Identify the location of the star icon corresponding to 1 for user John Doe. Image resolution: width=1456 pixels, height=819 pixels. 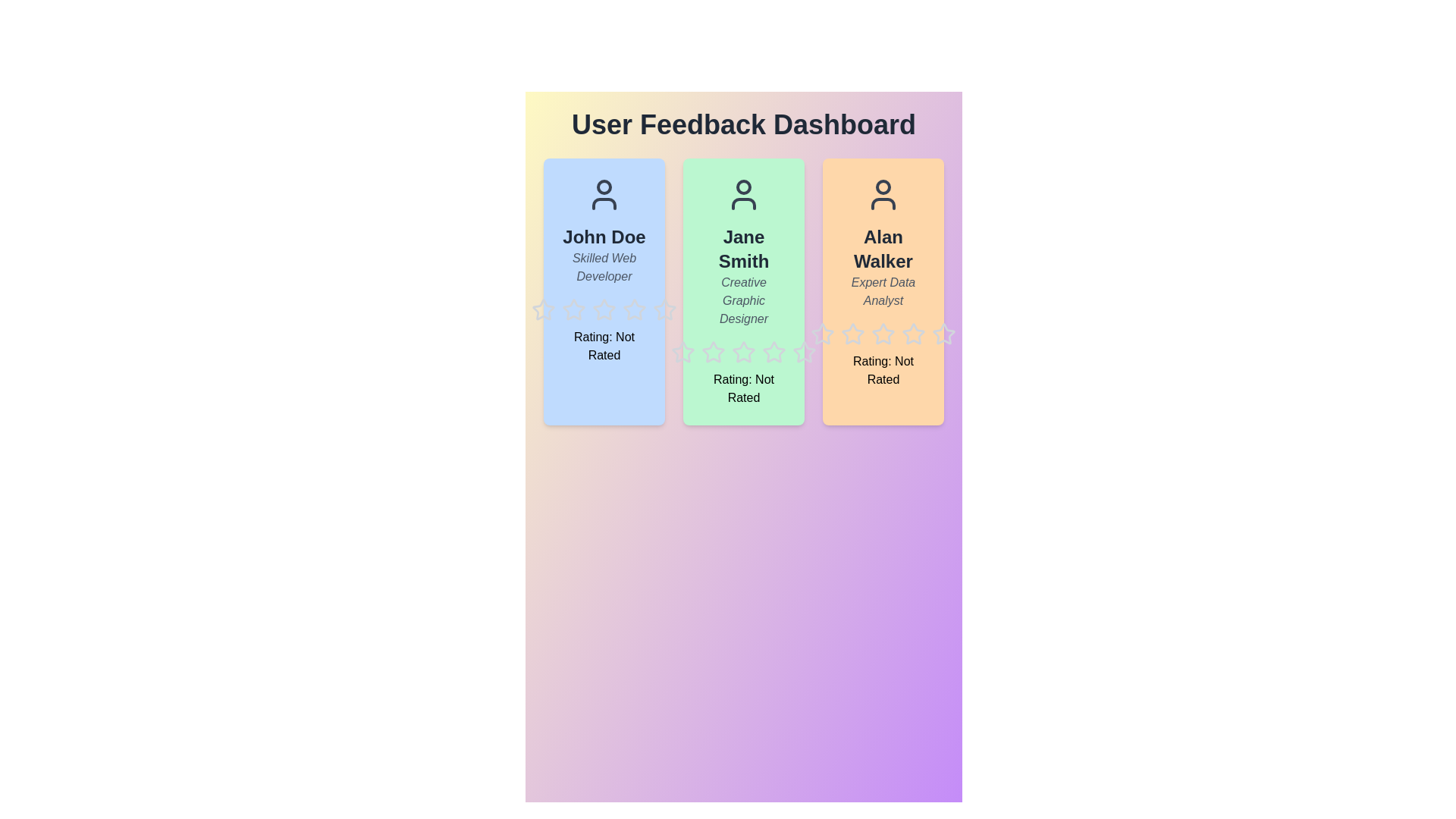
(531, 298).